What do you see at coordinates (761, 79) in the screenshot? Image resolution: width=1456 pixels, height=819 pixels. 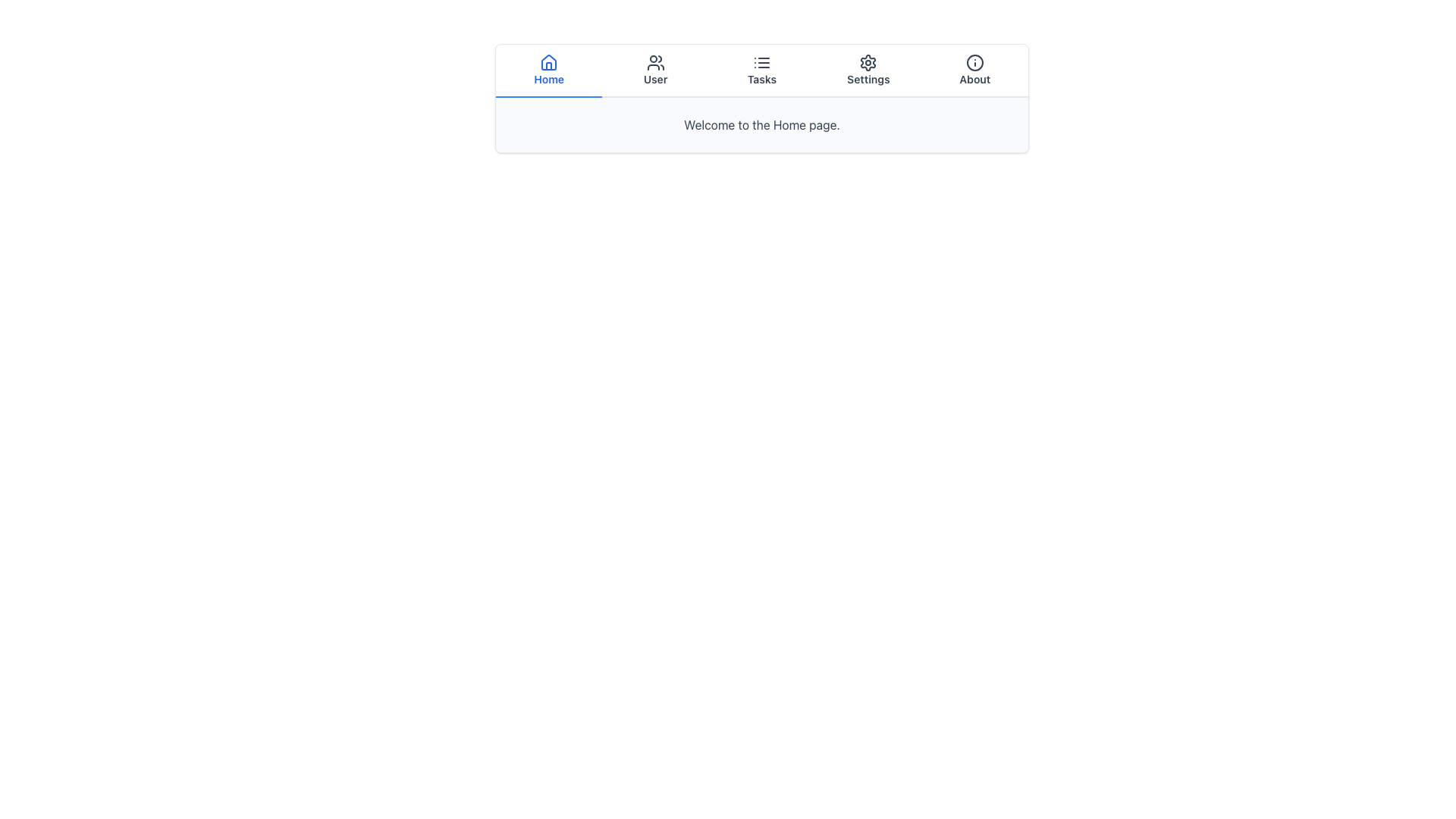 I see `the 'Tasks' navigation label, which is the third item in the horizontal navigation bar situated between 'User' and 'Settings'` at bounding box center [761, 79].